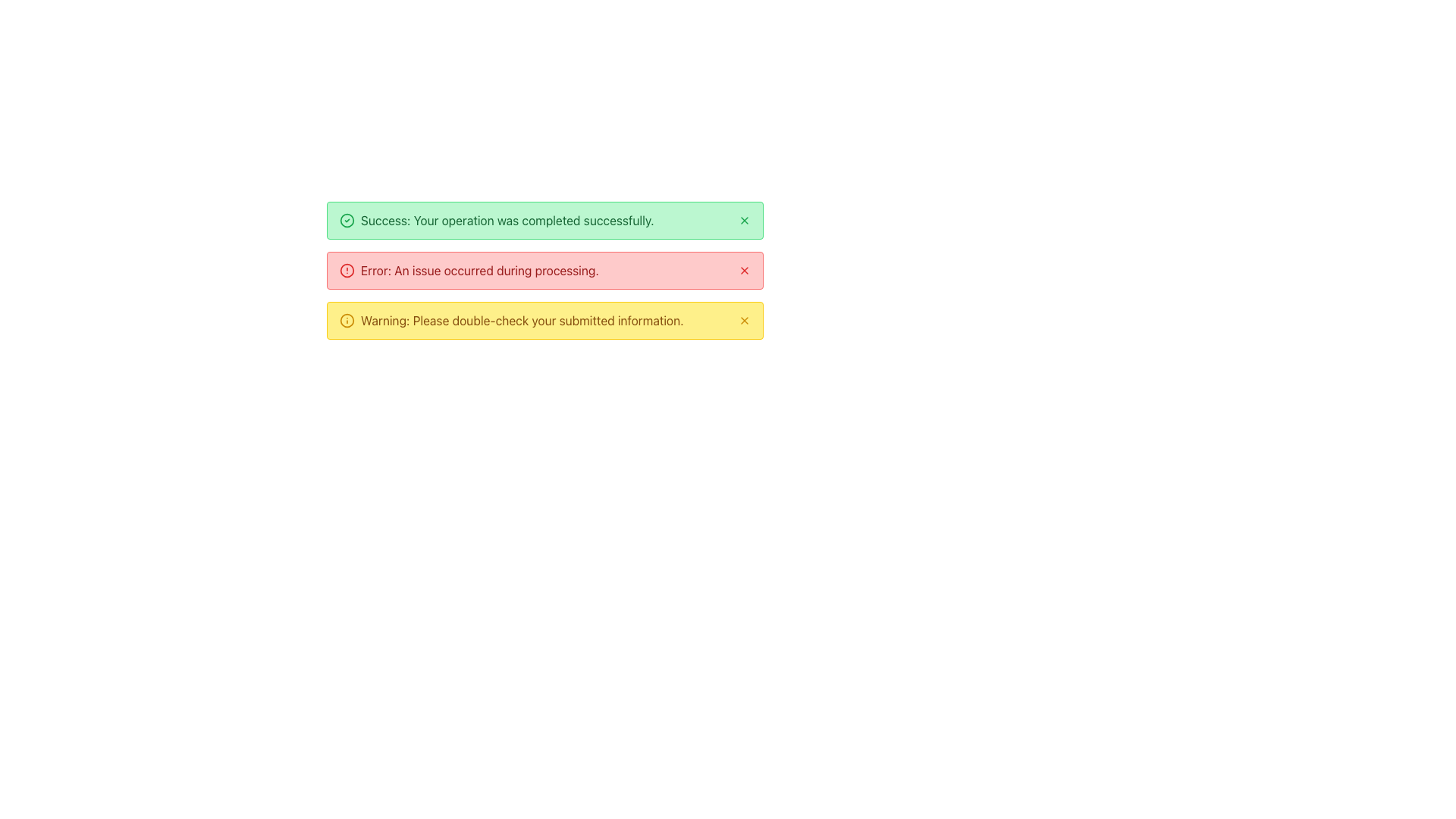  I want to click on error message from the second notification bar with a red background that contains an error message stating 'Error: An issue occurred during processing.', so click(545, 270).